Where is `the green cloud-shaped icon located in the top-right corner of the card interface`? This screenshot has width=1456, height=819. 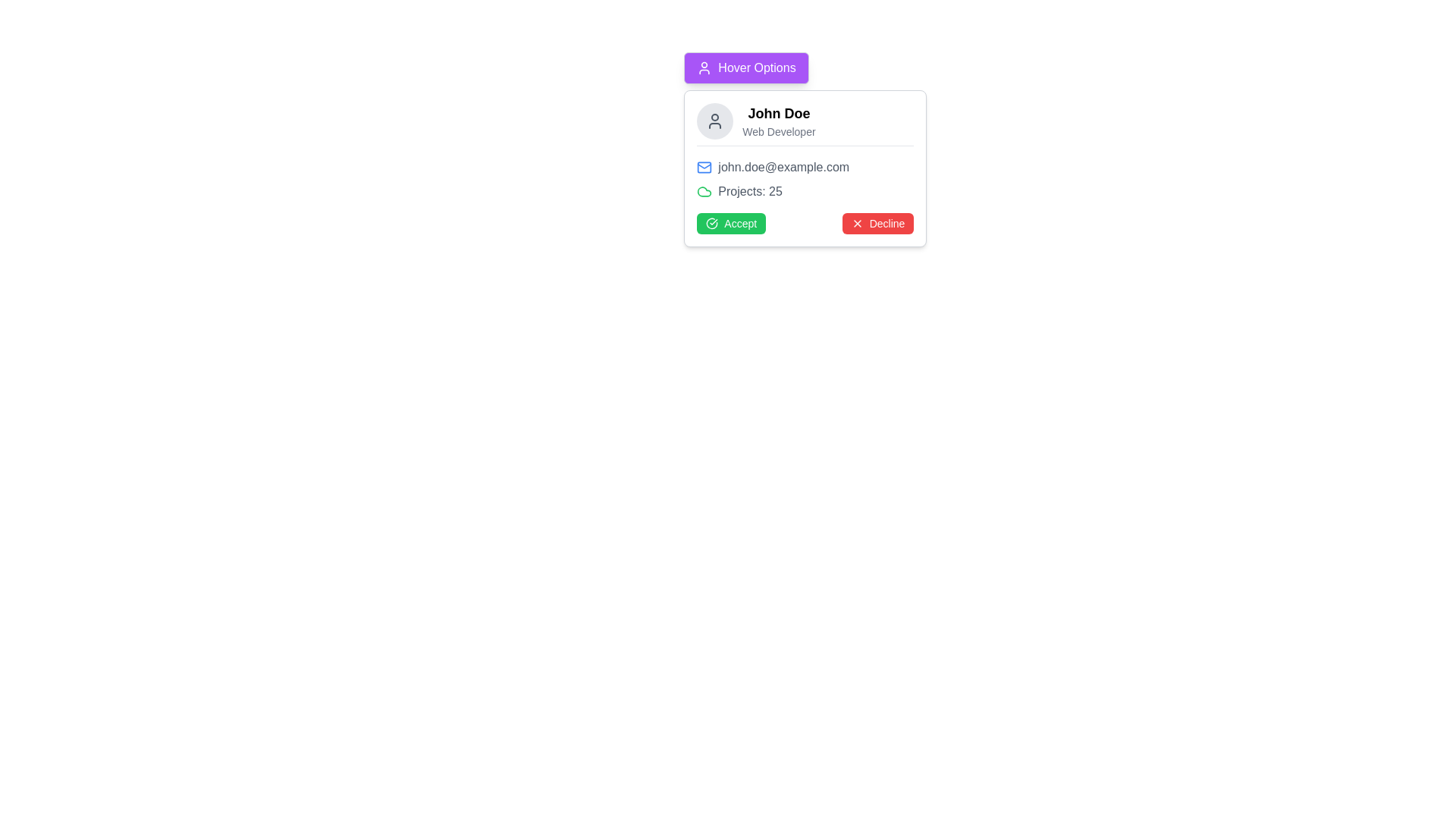
the green cloud-shaped icon located in the top-right corner of the card interface is located at coordinates (704, 191).